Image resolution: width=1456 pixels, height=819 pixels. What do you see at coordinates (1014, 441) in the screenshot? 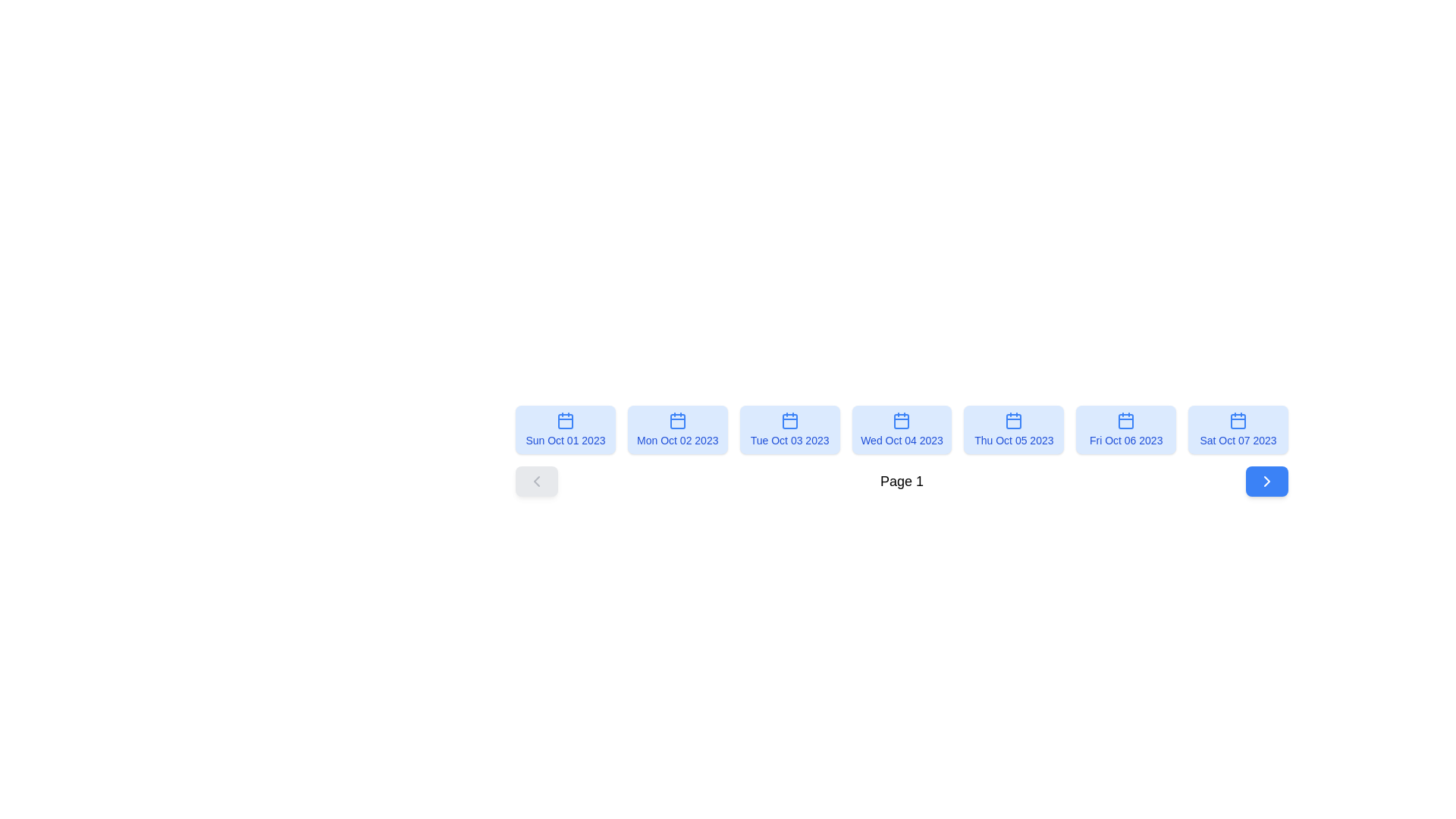
I see `displayed date text from the fifth item in the horizontally aligned list of date elements, specifically between 'Wed Oct 04 2023' and 'Fri Oct 06 2023'` at bounding box center [1014, 441].